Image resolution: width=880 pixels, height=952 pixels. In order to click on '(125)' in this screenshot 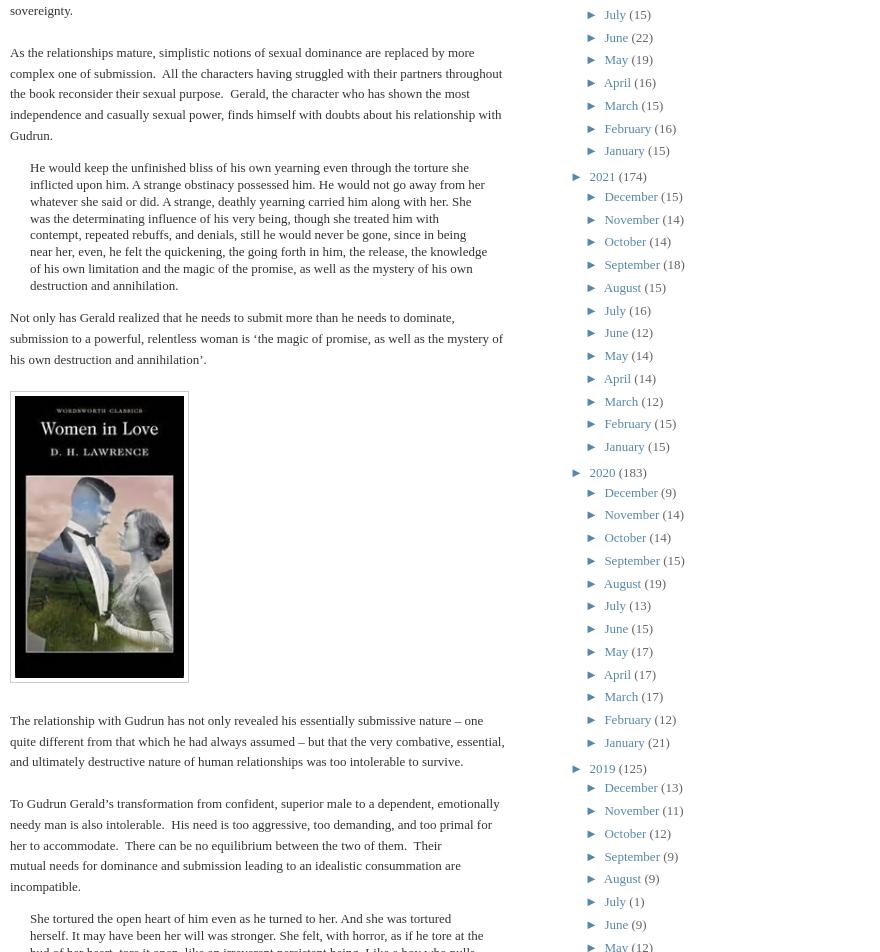, I will do `click(617, 767)`.